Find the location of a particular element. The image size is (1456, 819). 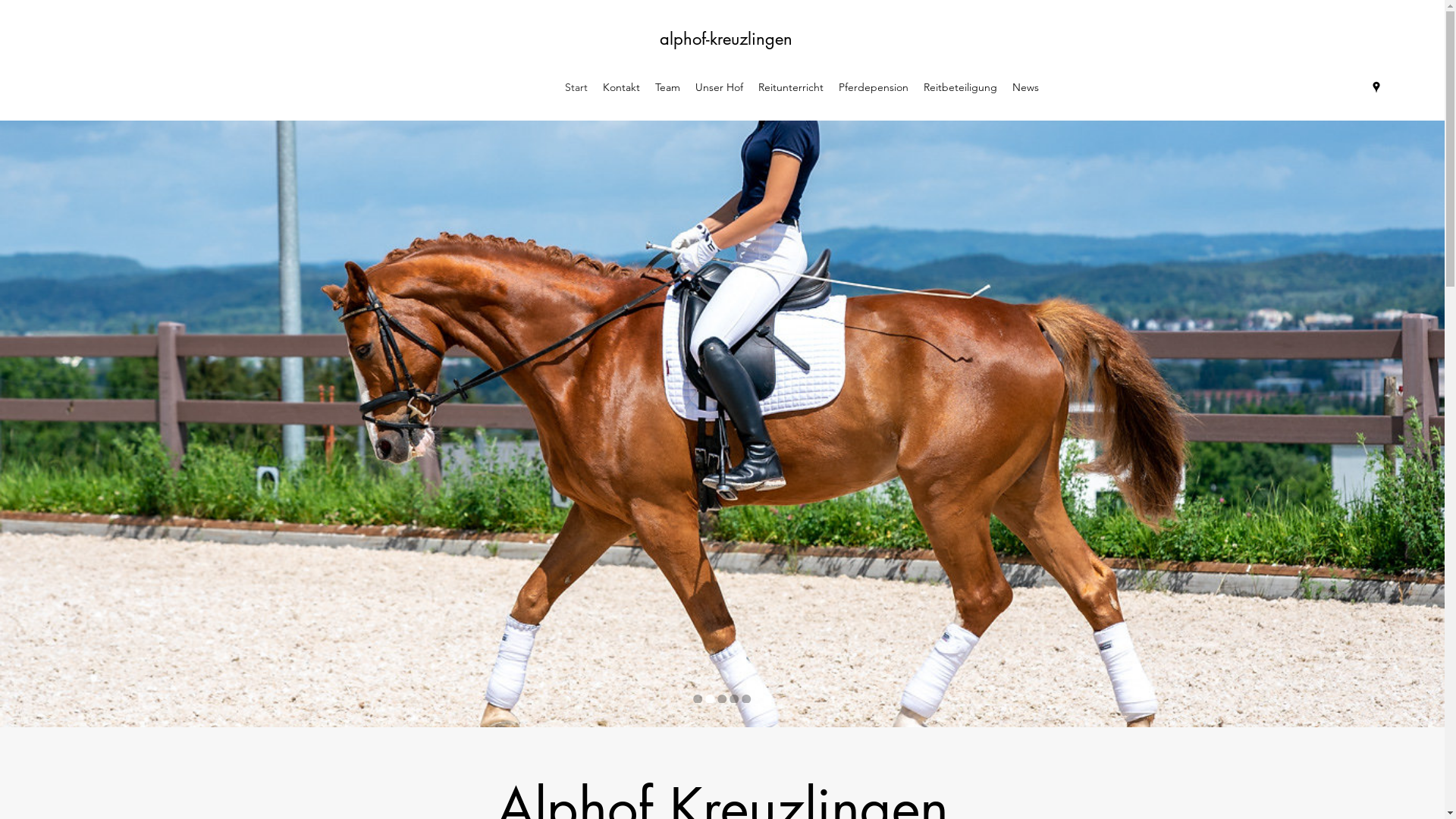

'alphof-kreuzlingen' is located at coordinates (725, 37).